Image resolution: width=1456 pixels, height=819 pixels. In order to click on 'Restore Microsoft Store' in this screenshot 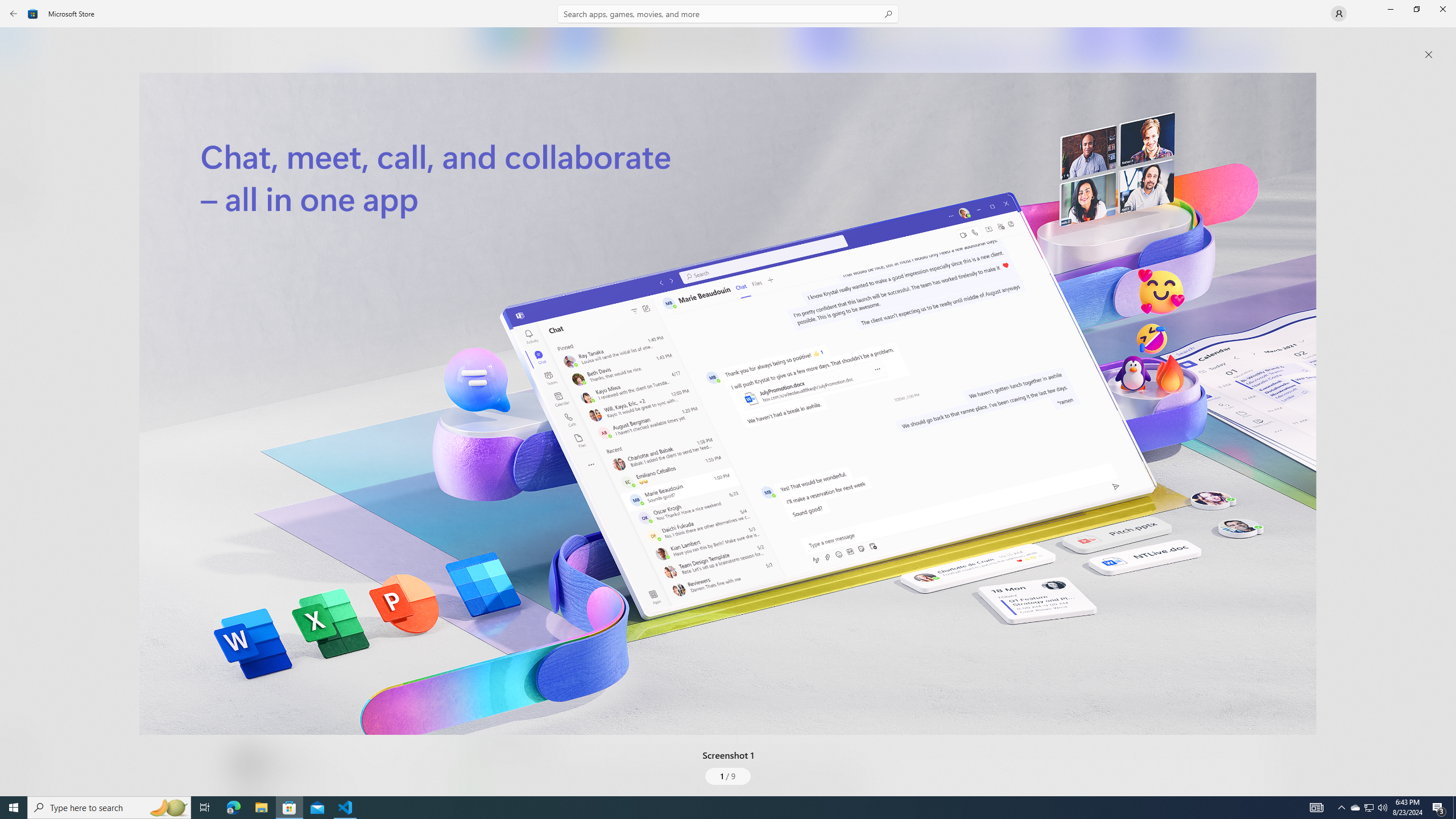, I will do `click(1416, 9)`.